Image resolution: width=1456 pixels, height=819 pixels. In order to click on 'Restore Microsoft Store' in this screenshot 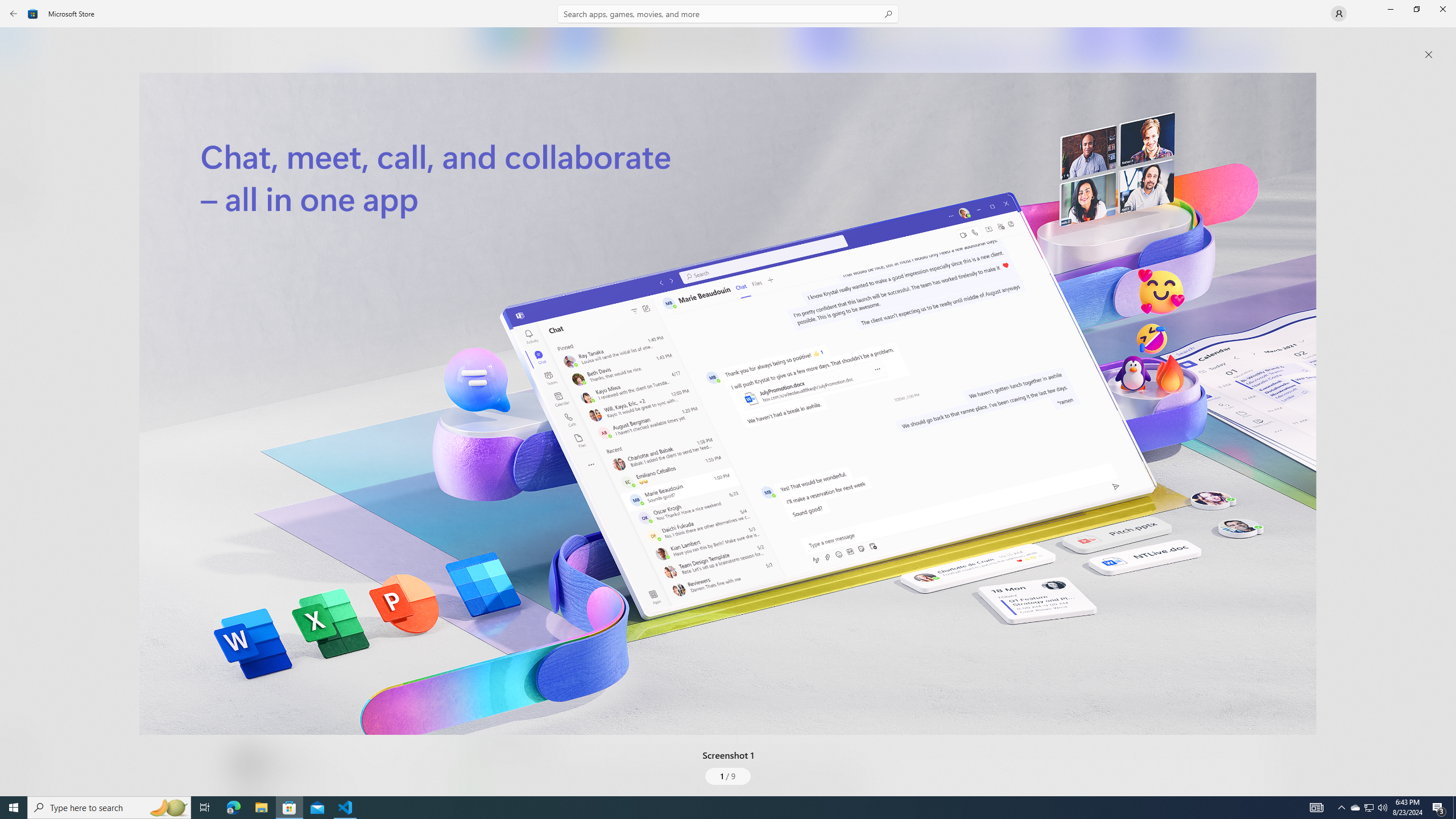, I will do `click(1416, 9)`.